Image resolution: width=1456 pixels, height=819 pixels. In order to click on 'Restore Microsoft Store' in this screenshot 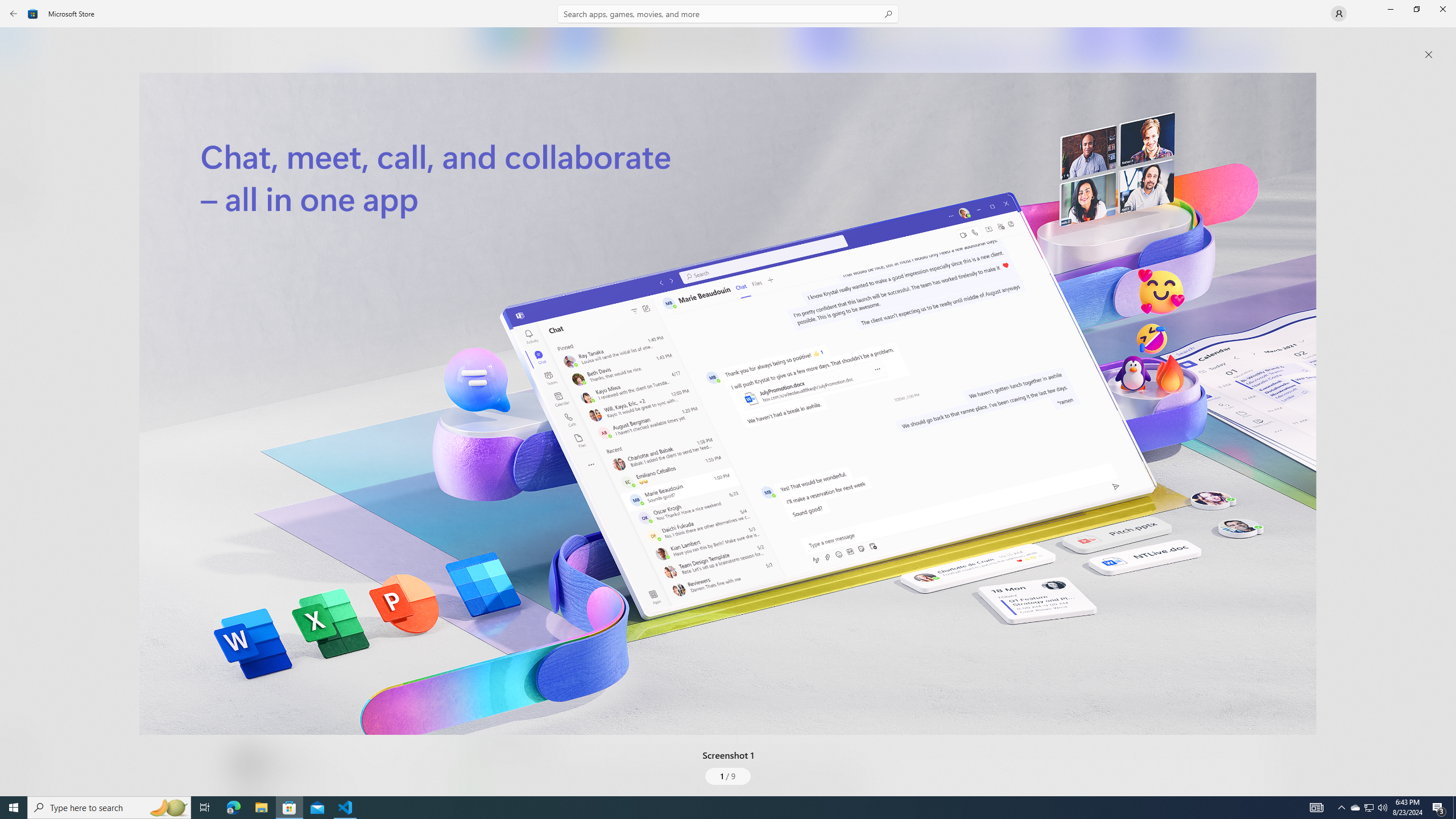, I will do `click(1416, 9)`.